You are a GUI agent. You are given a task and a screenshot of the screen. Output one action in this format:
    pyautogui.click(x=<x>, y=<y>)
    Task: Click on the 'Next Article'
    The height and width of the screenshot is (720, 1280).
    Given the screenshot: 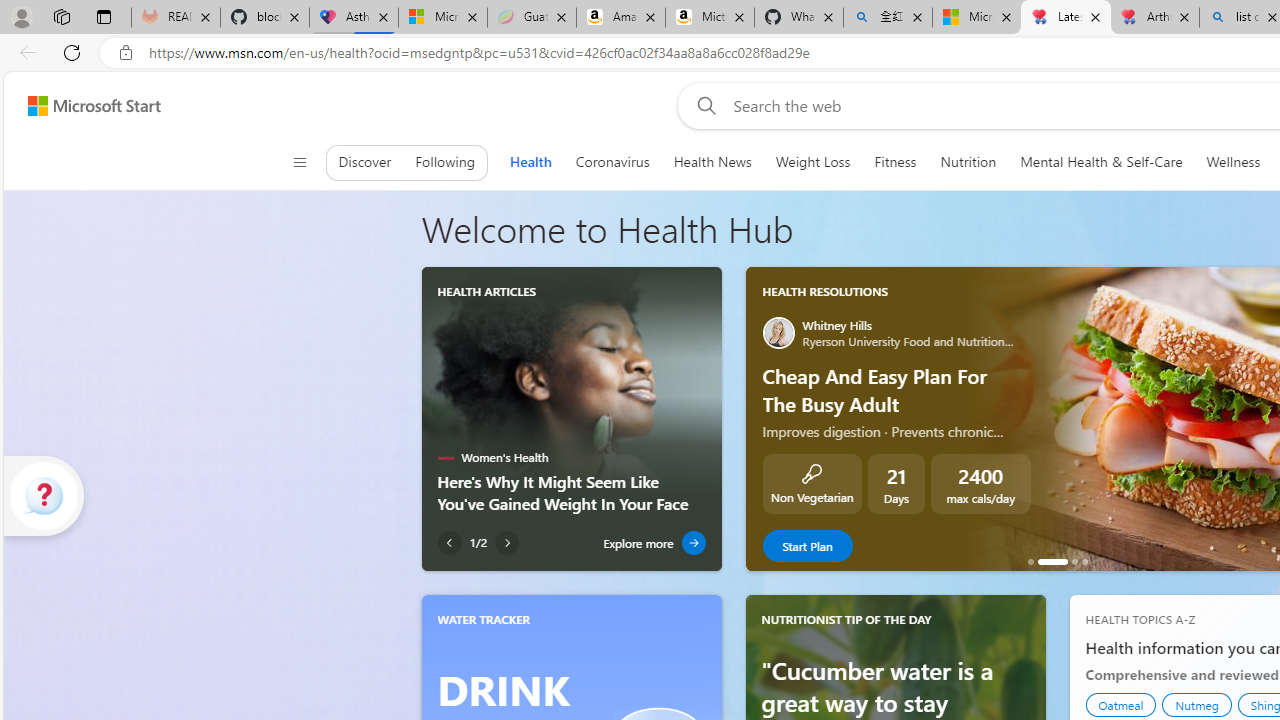 What is the action you would take?
    pyautogui.click(x=507, y=543)
    